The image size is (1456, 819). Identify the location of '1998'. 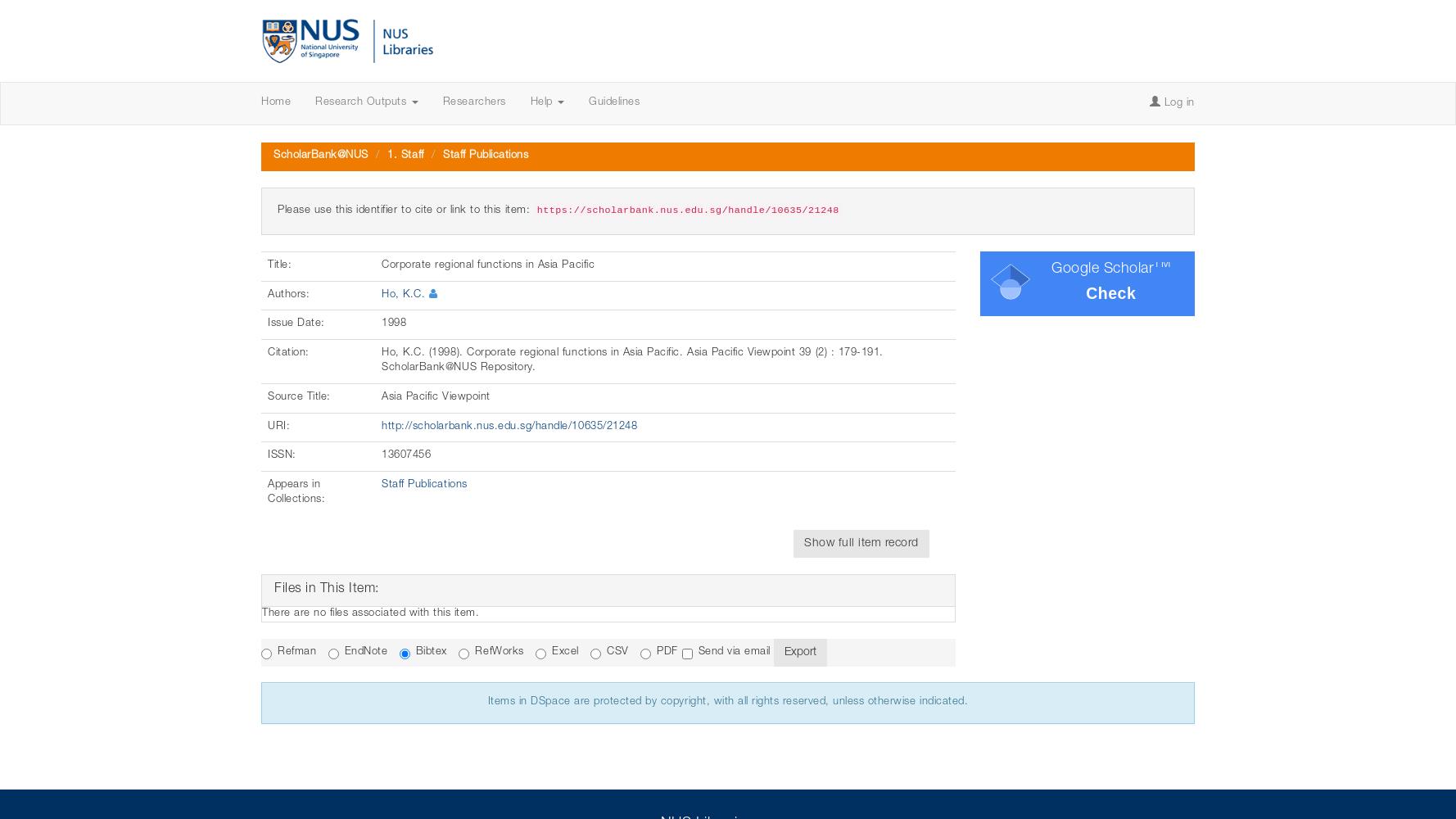
(392, 324).